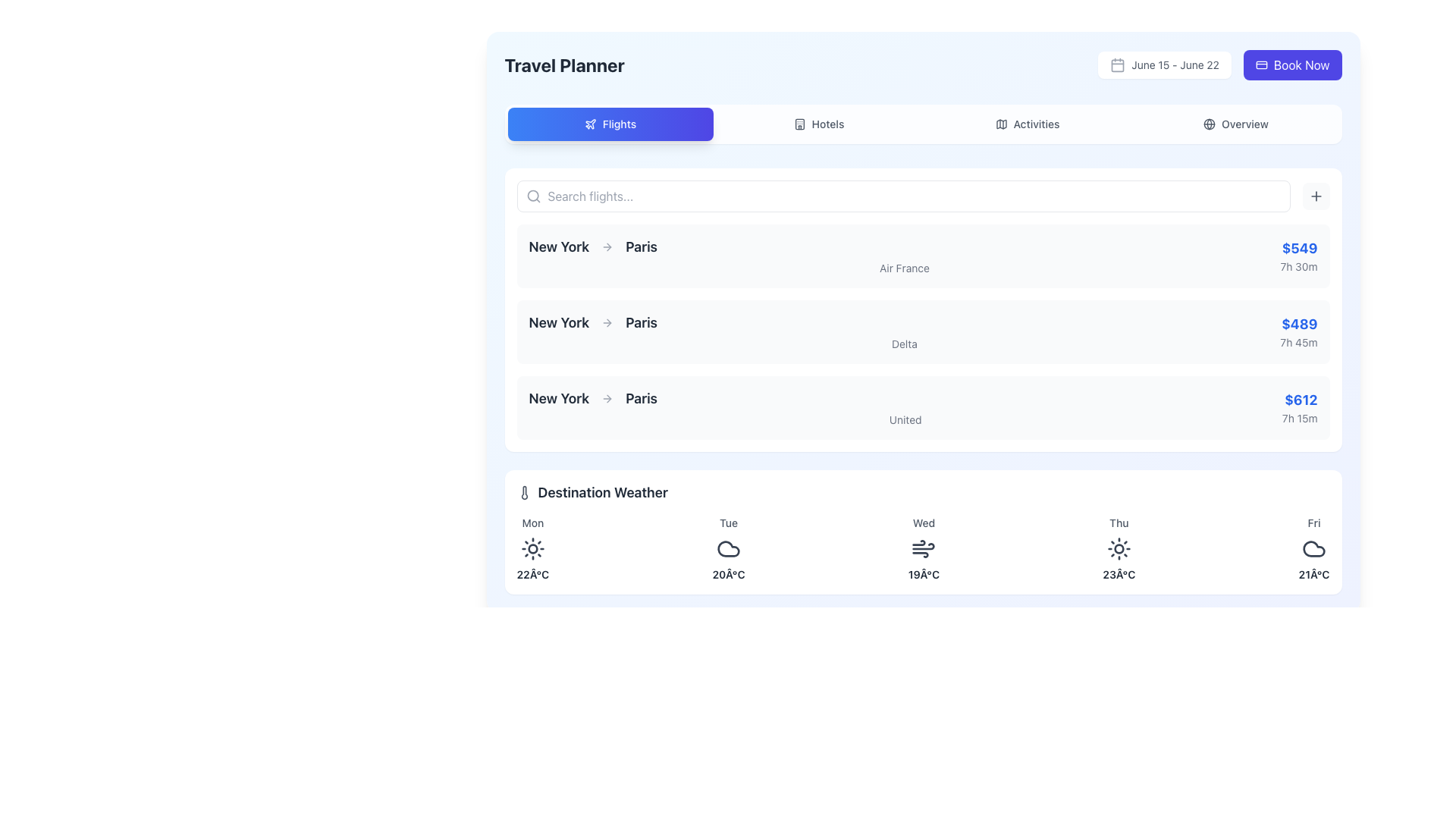  Describe the element at coordinates (642, 322) in the screenshot. I see `the Static Text Label reading 'Paris' located in the second row of the flight result list, aligned next to 'New York' and following the arrow icon` at that location.